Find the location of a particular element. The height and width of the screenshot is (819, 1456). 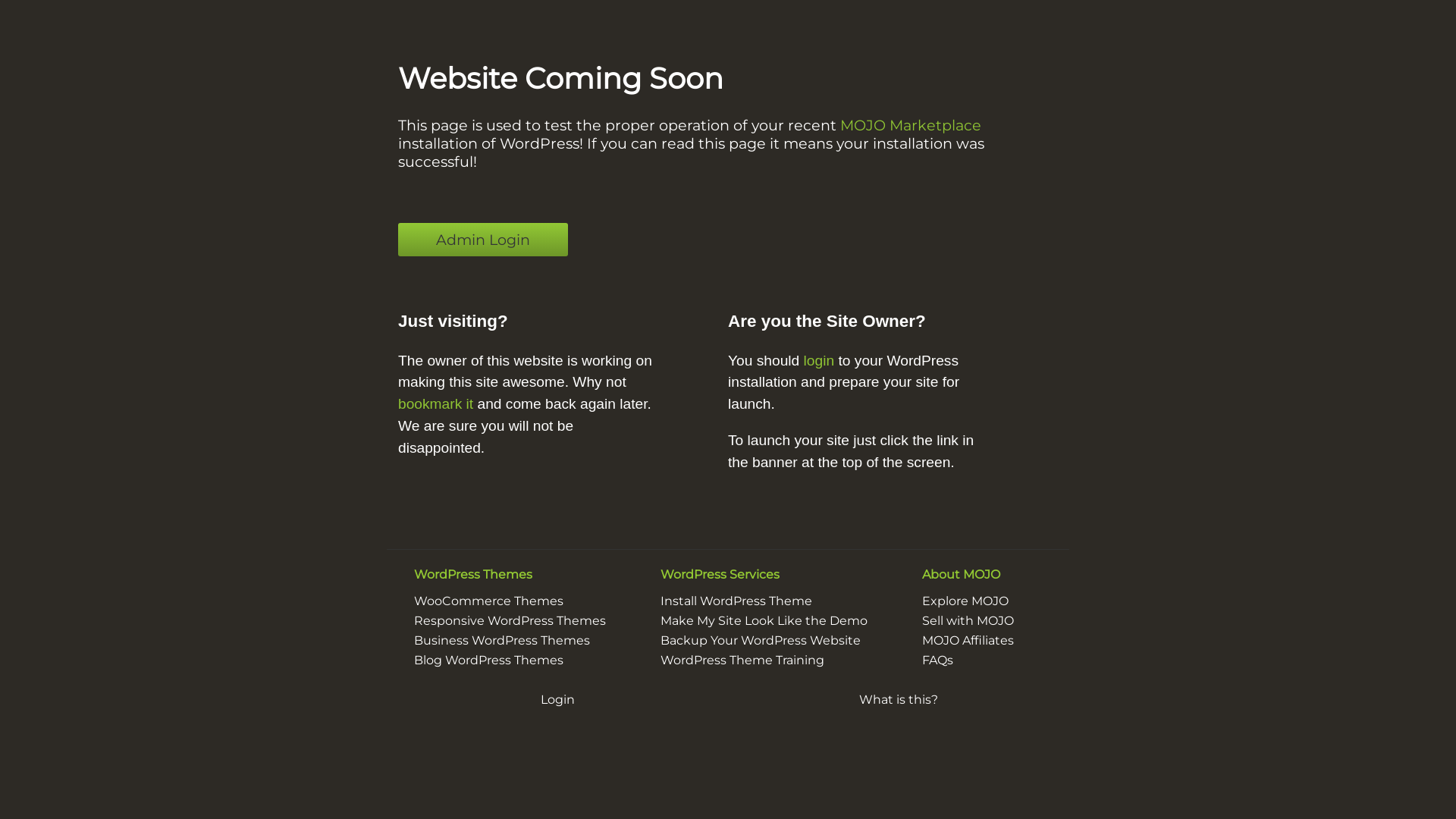

'WooCommerce Themes' is located at coordinates (488, 600).